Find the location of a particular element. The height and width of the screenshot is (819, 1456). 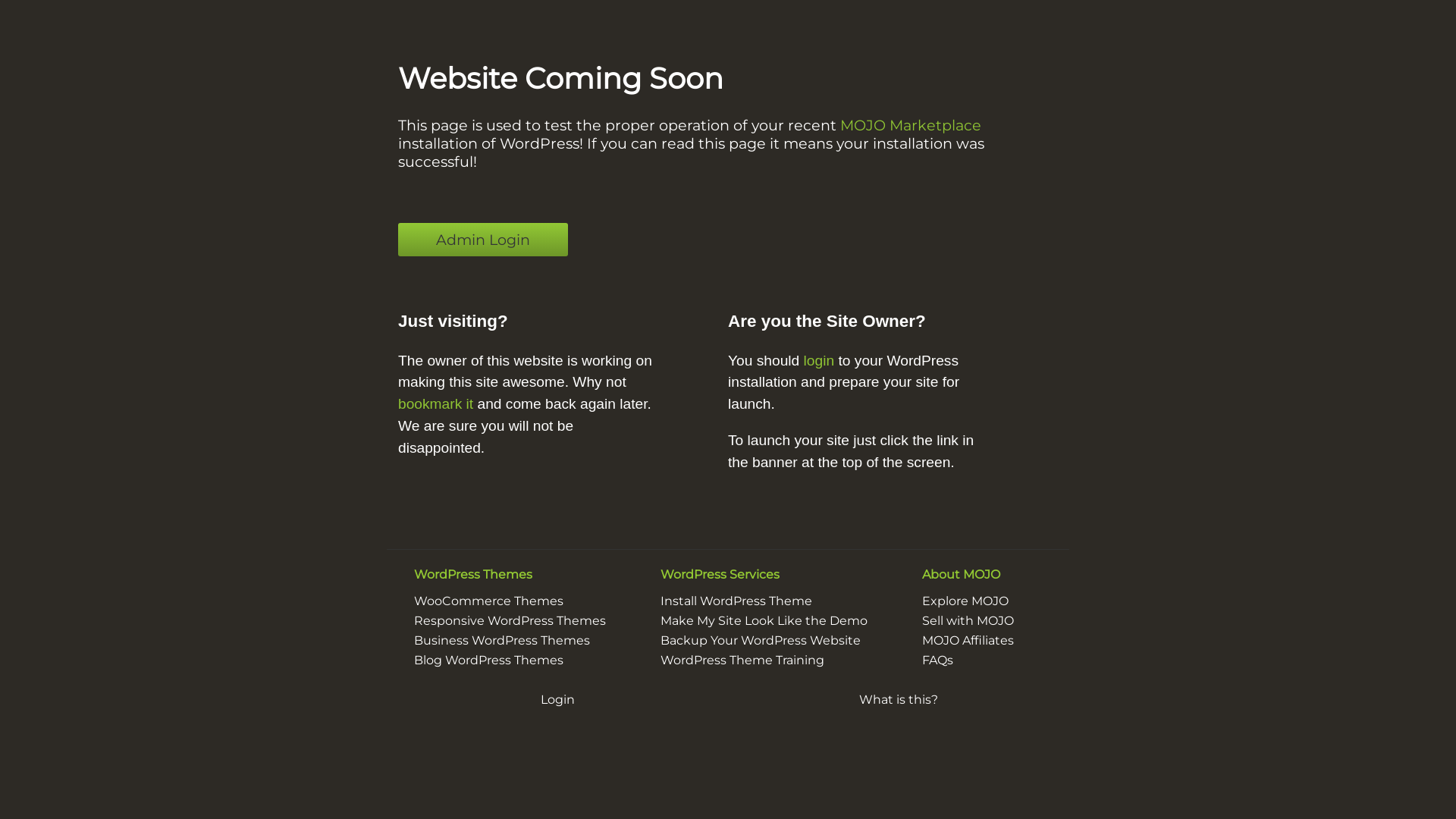

'WooCommerce Themes' is located at coordinates (488, 600).